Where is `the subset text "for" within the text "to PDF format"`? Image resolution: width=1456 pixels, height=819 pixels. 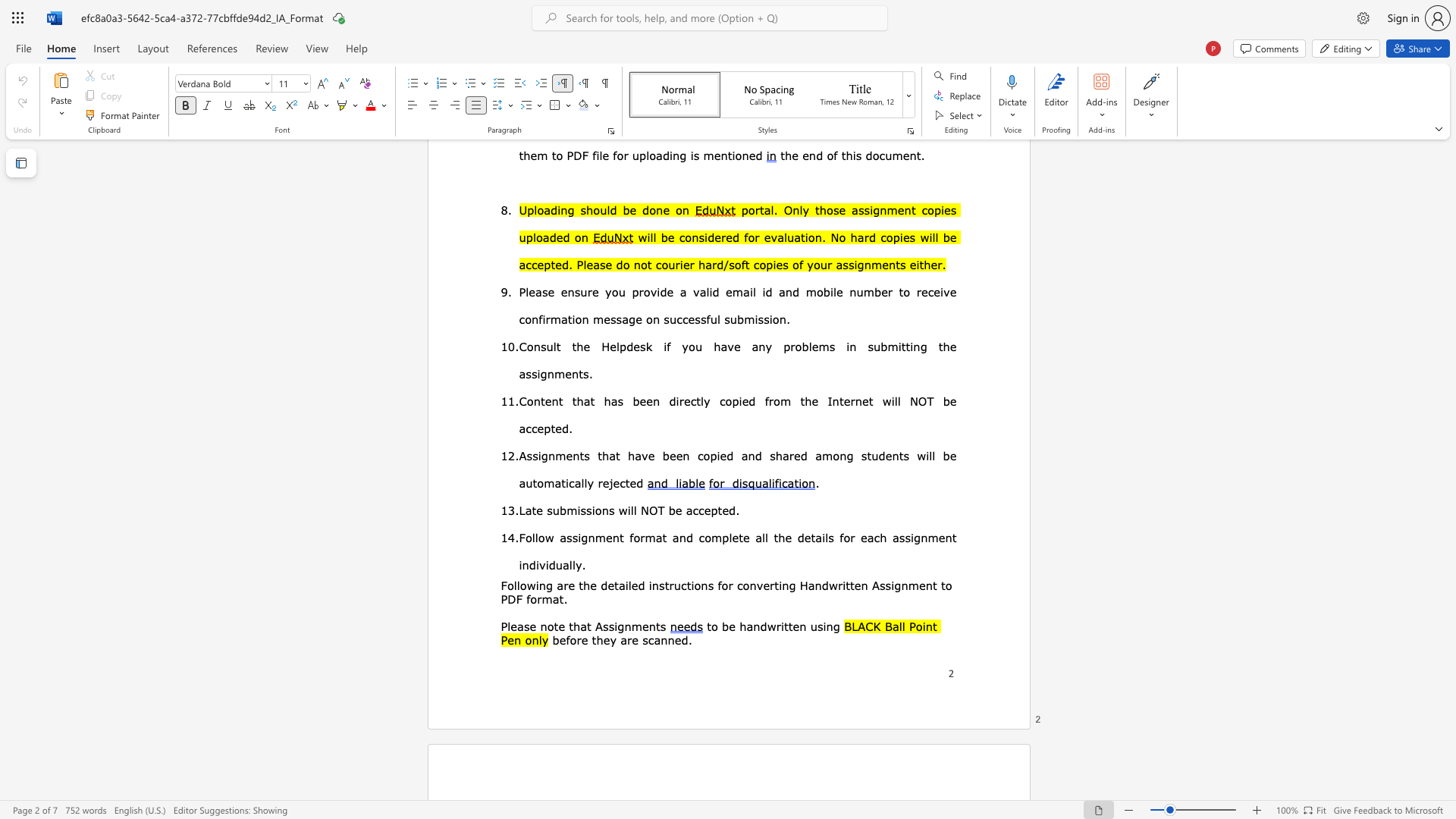 the subset text "for" within the text "to PDF format" is located at coordinates (526, 598).